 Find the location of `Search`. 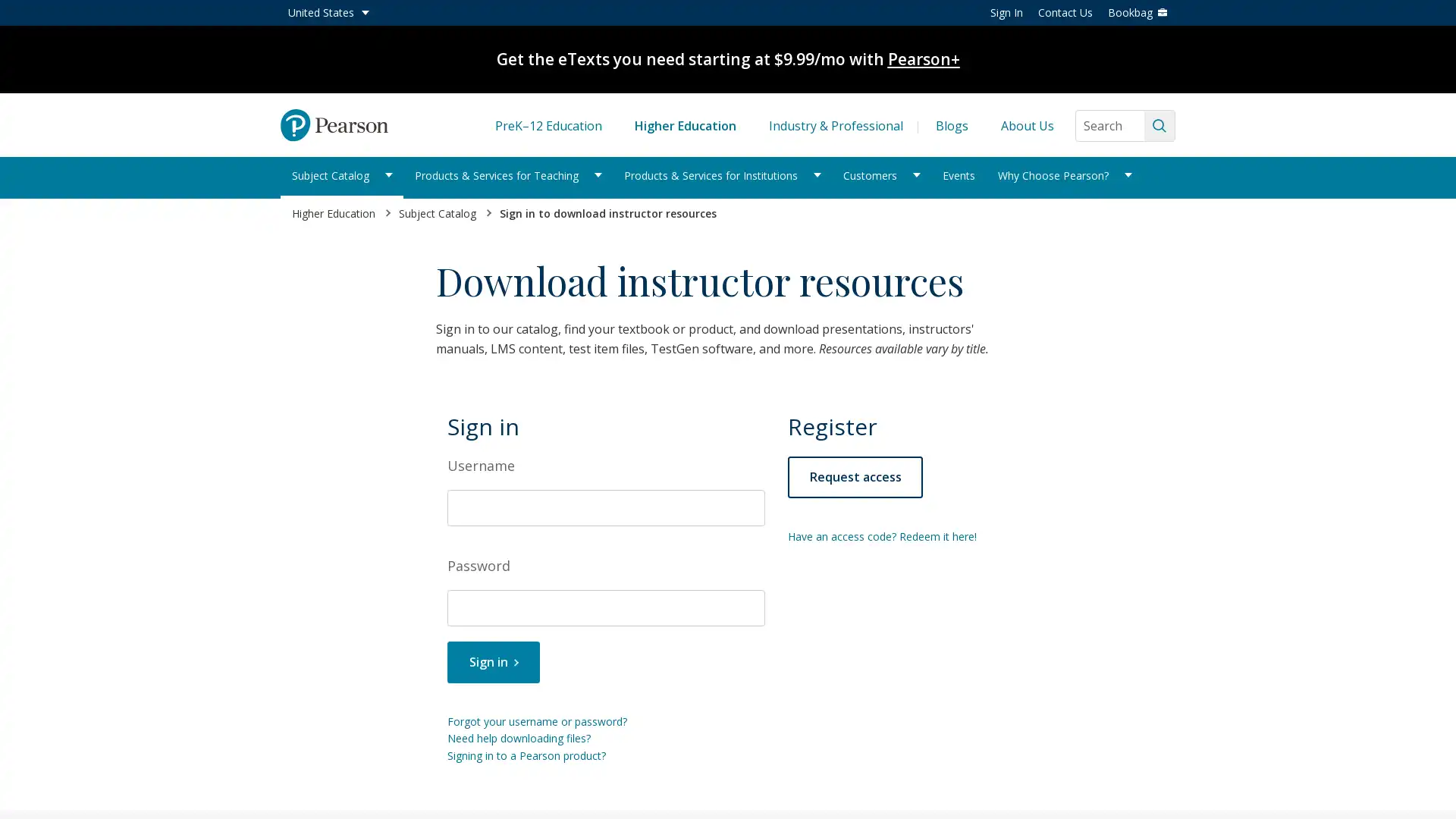

Search is located at coordinates (1159, 124).